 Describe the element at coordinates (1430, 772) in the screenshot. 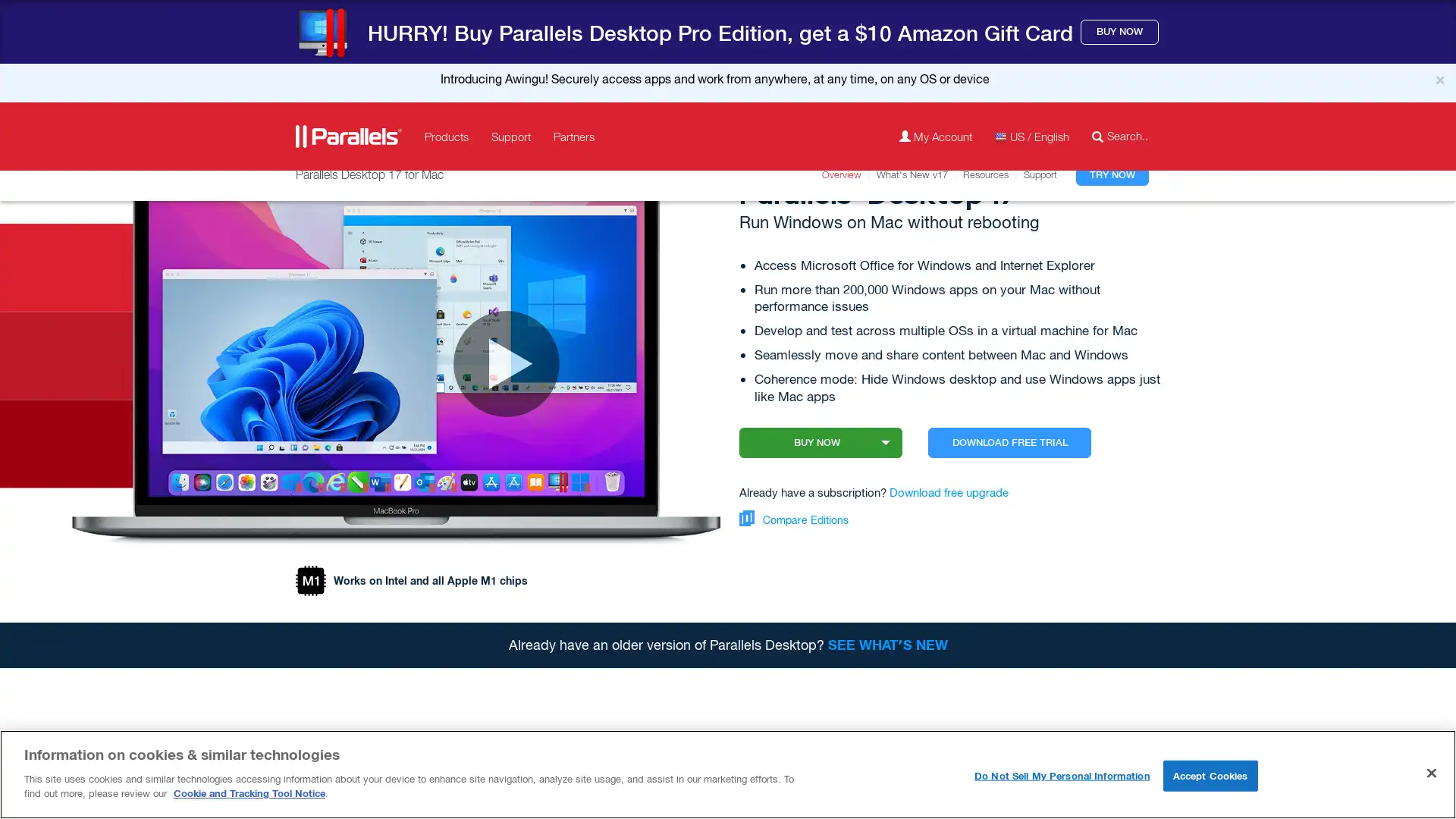

I see `Close` at that location.